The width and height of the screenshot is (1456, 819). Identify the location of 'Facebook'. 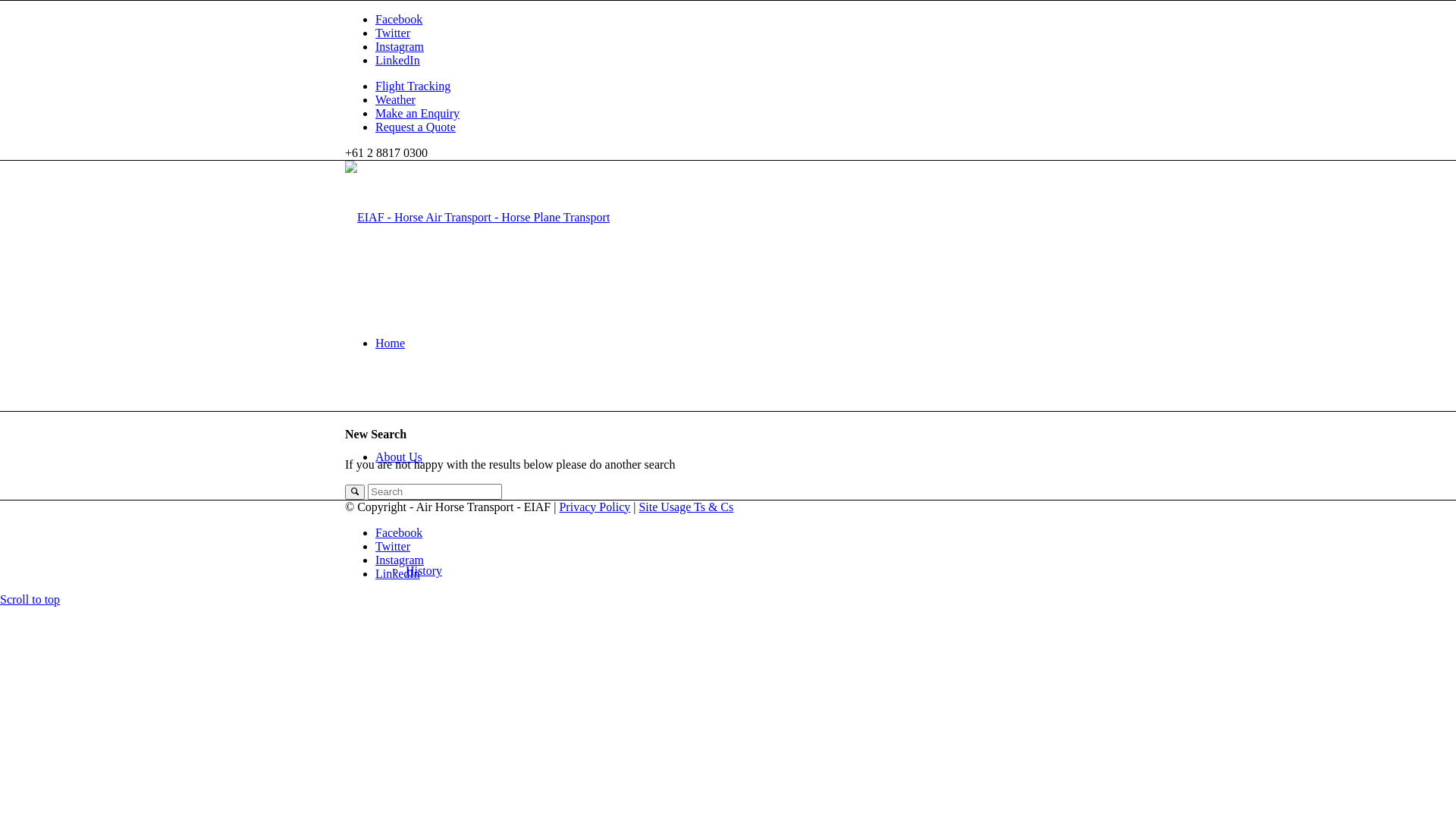
(399, 19).